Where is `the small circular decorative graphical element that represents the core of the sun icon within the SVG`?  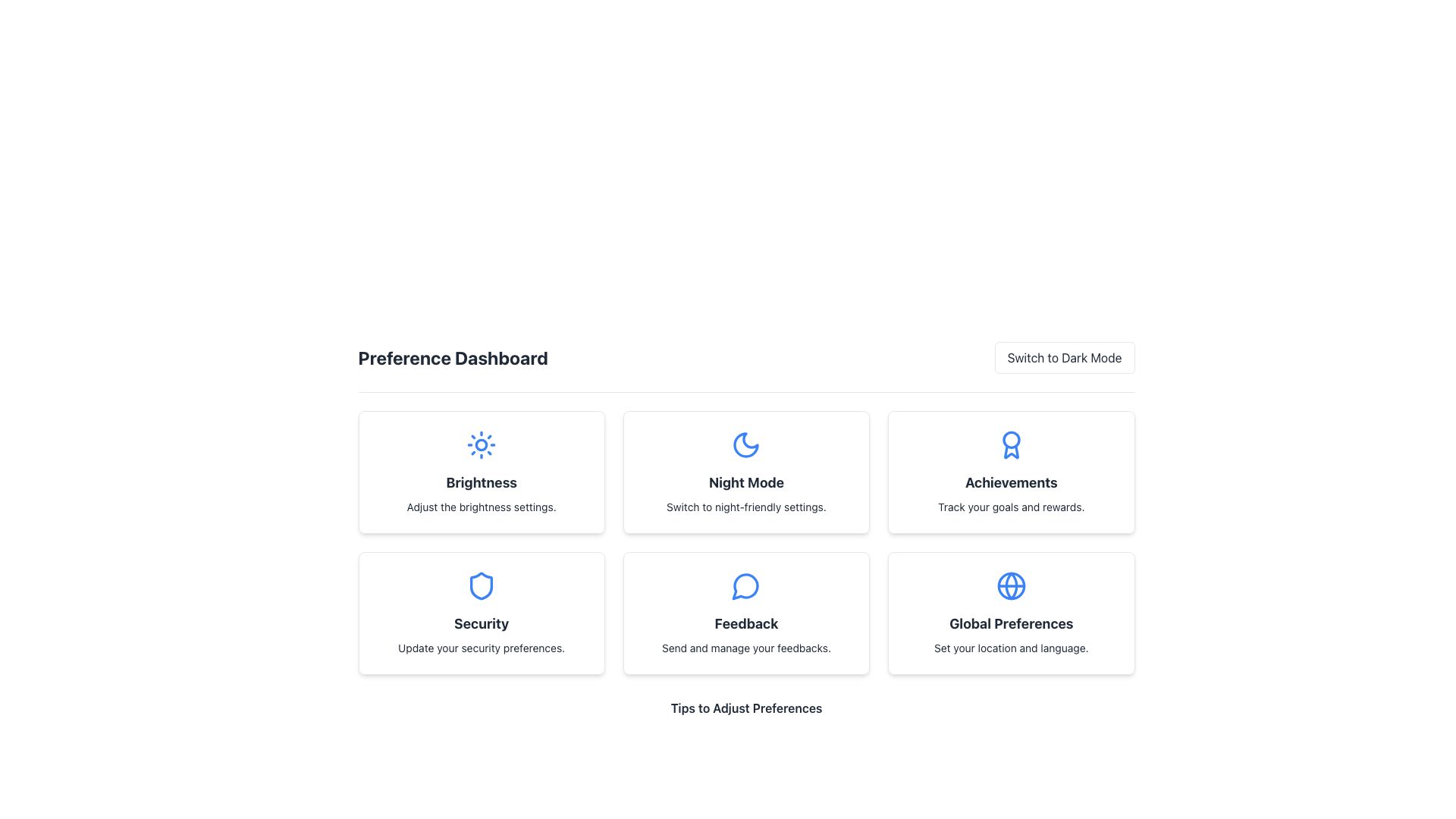
the small circular decorative graphical element that represents the core of the sun icon within the SVG is located at coordinates (481, 444).